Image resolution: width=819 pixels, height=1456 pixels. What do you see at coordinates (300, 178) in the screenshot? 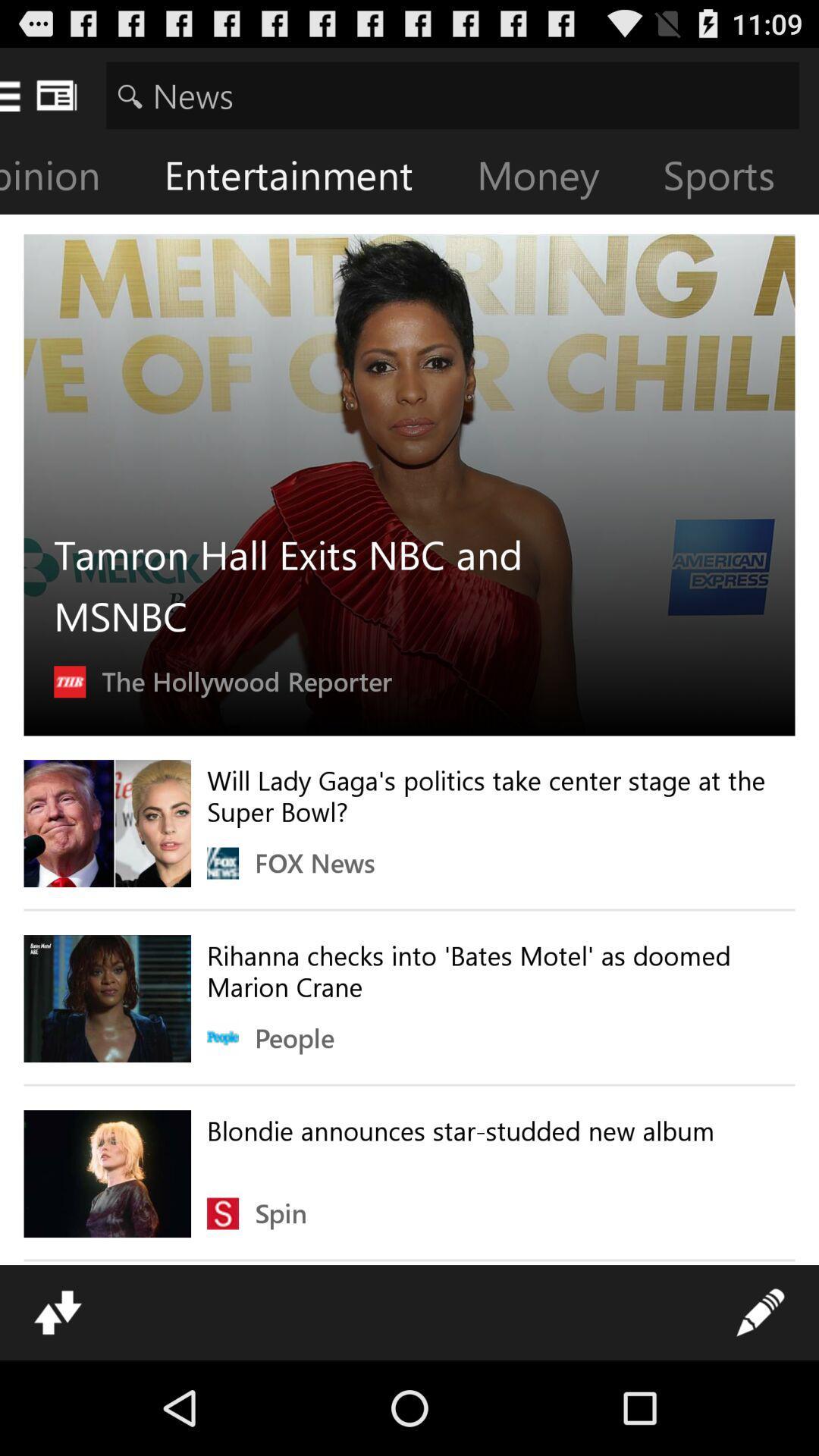
I see `entertainment` at bounding box center [300, 178].